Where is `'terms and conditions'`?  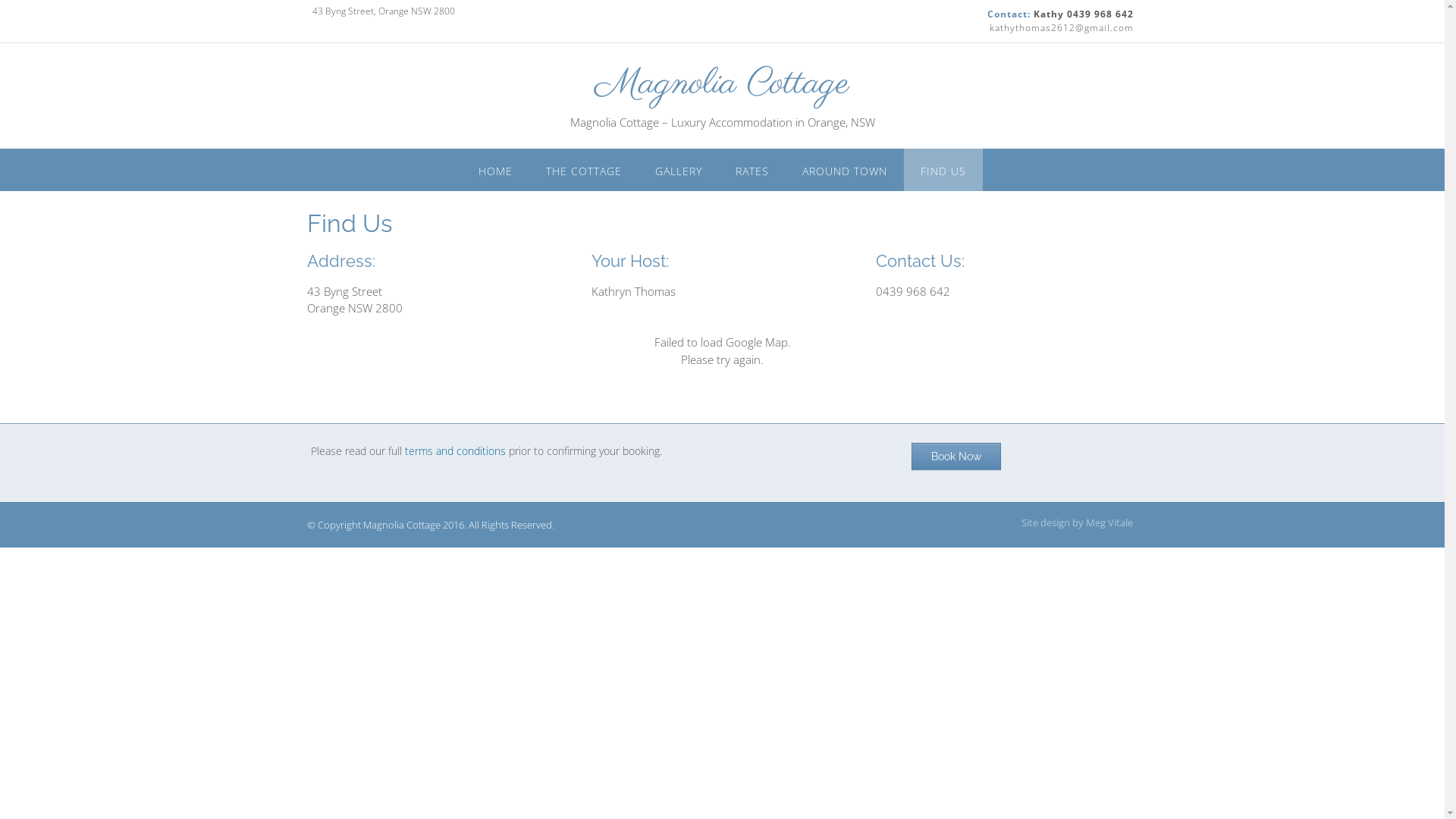
'terms and conditions' is located at coordinates (454, 450).